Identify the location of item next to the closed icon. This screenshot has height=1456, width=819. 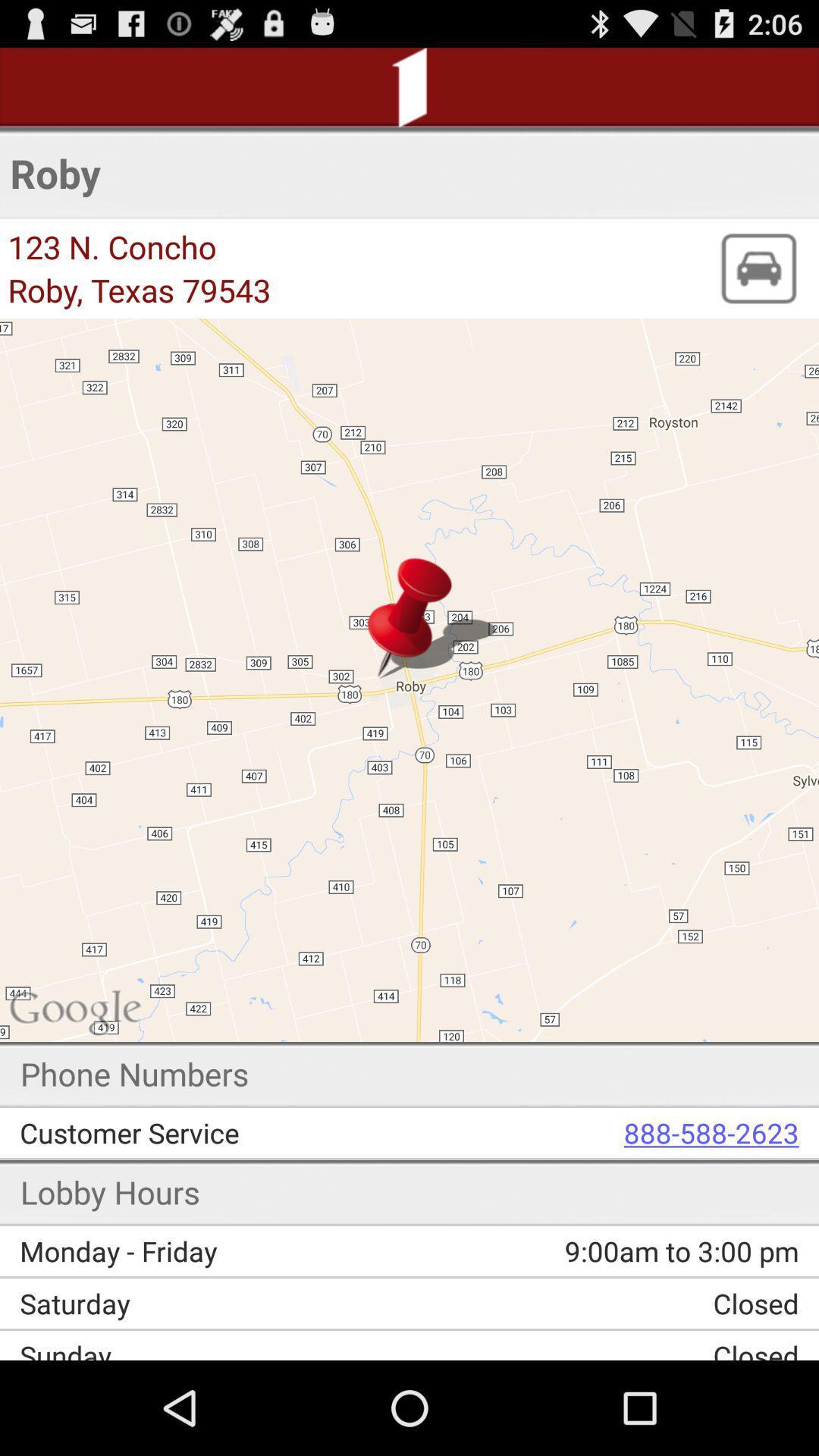
(220, 1302).